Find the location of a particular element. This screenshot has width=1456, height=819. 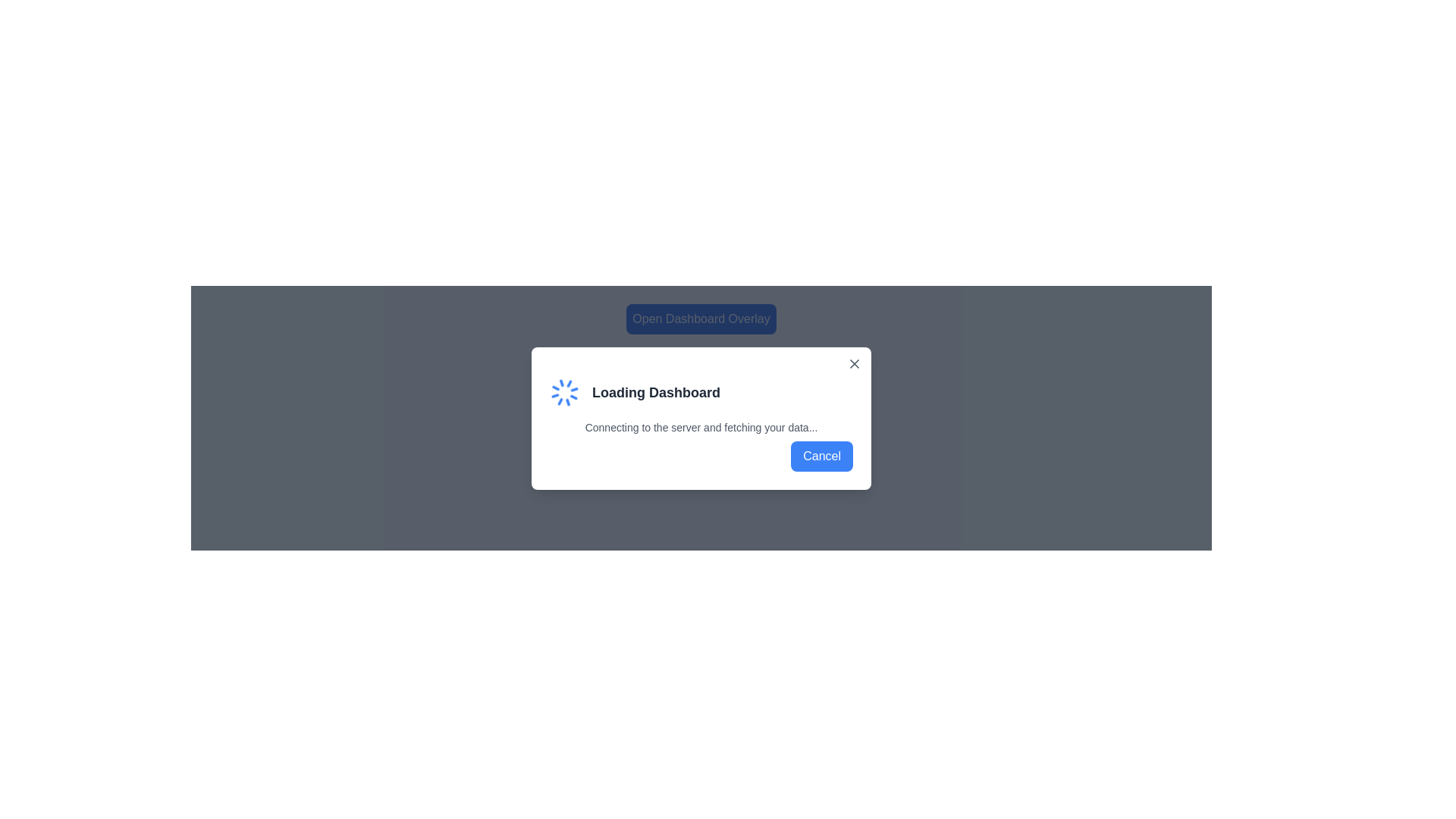

the button with a blue background and white text reading 'Open Dashboard Overlay' is located at coordinates (701, 318).